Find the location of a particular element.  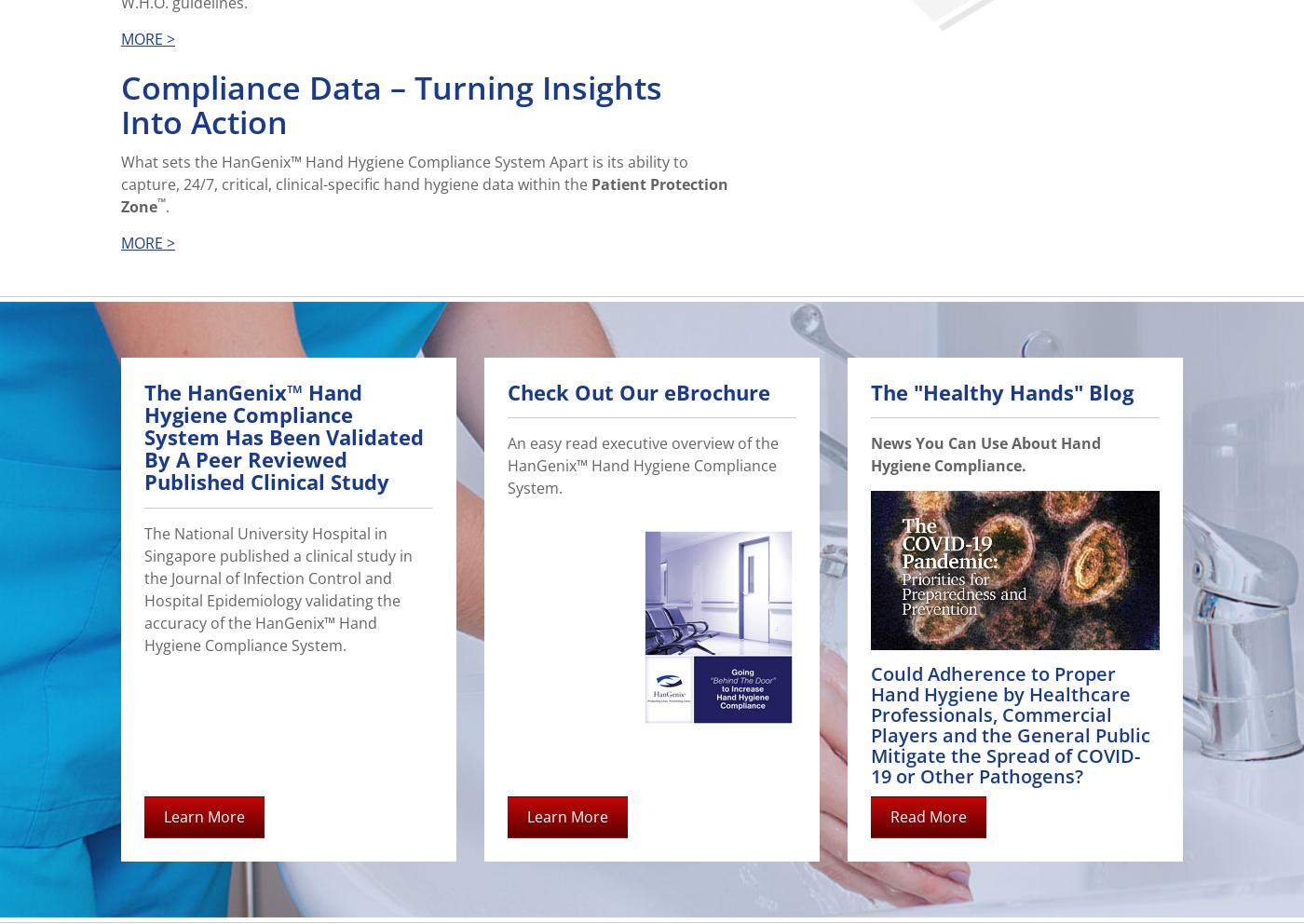

'The "Healthy Hands" Blog' is located at coordinates (1002, 390).